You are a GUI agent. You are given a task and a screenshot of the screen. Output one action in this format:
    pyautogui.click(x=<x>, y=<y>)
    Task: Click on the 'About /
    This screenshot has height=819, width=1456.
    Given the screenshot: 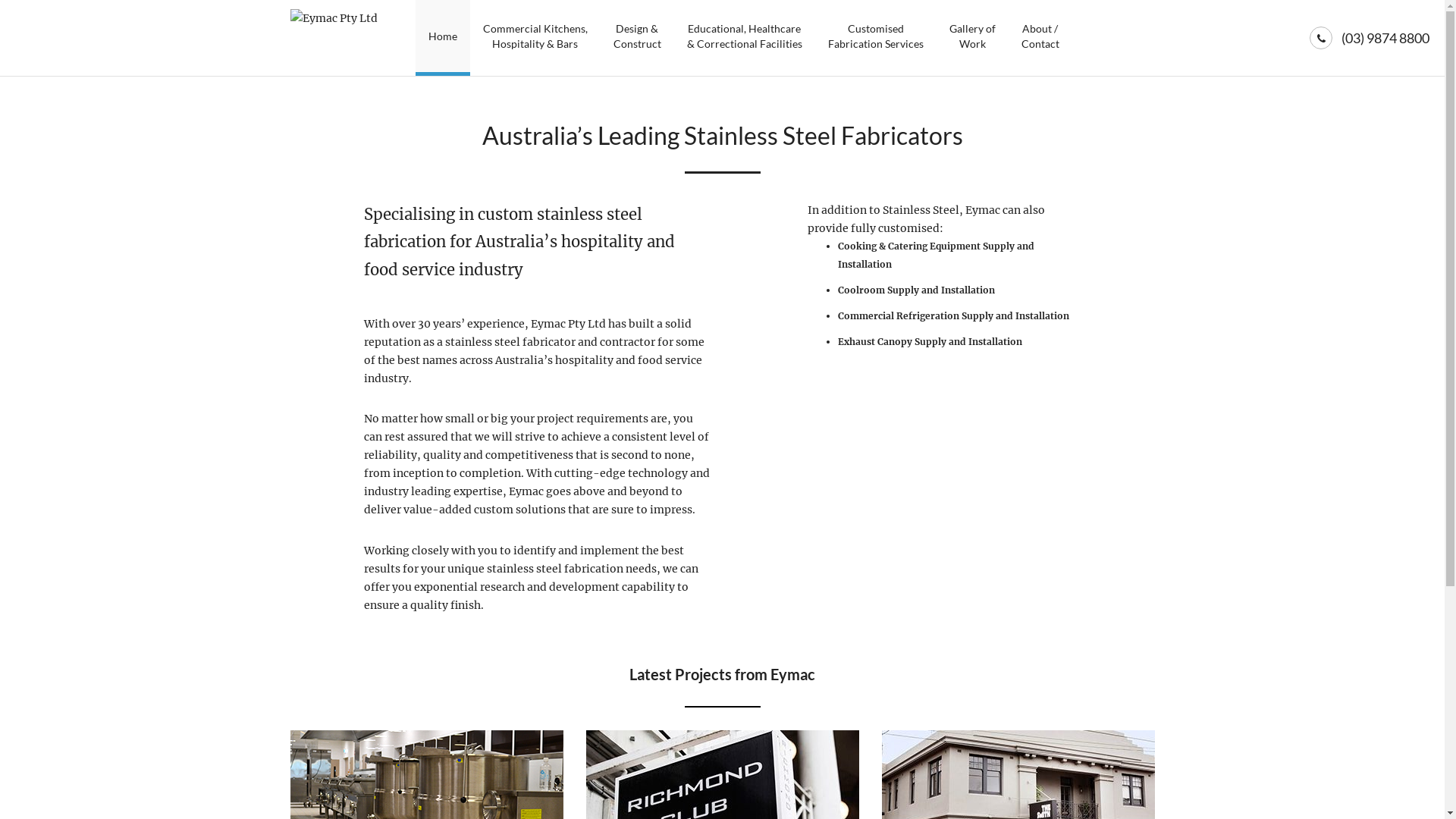 What is the action you would take?
    pyautogui.click(x=1040, y=37)
    